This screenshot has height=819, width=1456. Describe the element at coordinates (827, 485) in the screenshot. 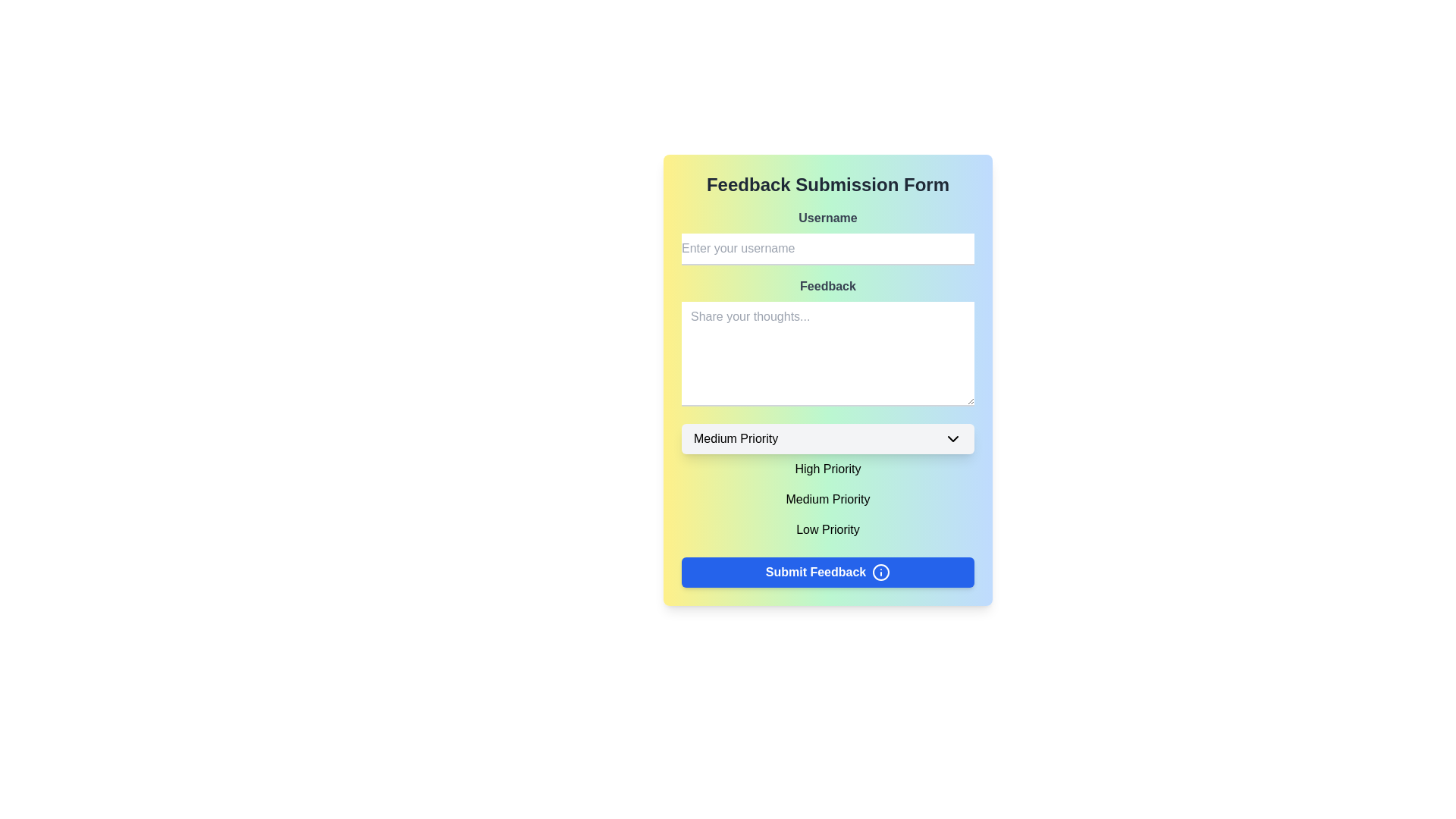

I see `the 'Medium Priority' dropdown option in the Feedback Submission Form, which is styled with a gradient background and contains options for 'High Priority', 'Medium Priority', and 'Low Priority'` at that location.